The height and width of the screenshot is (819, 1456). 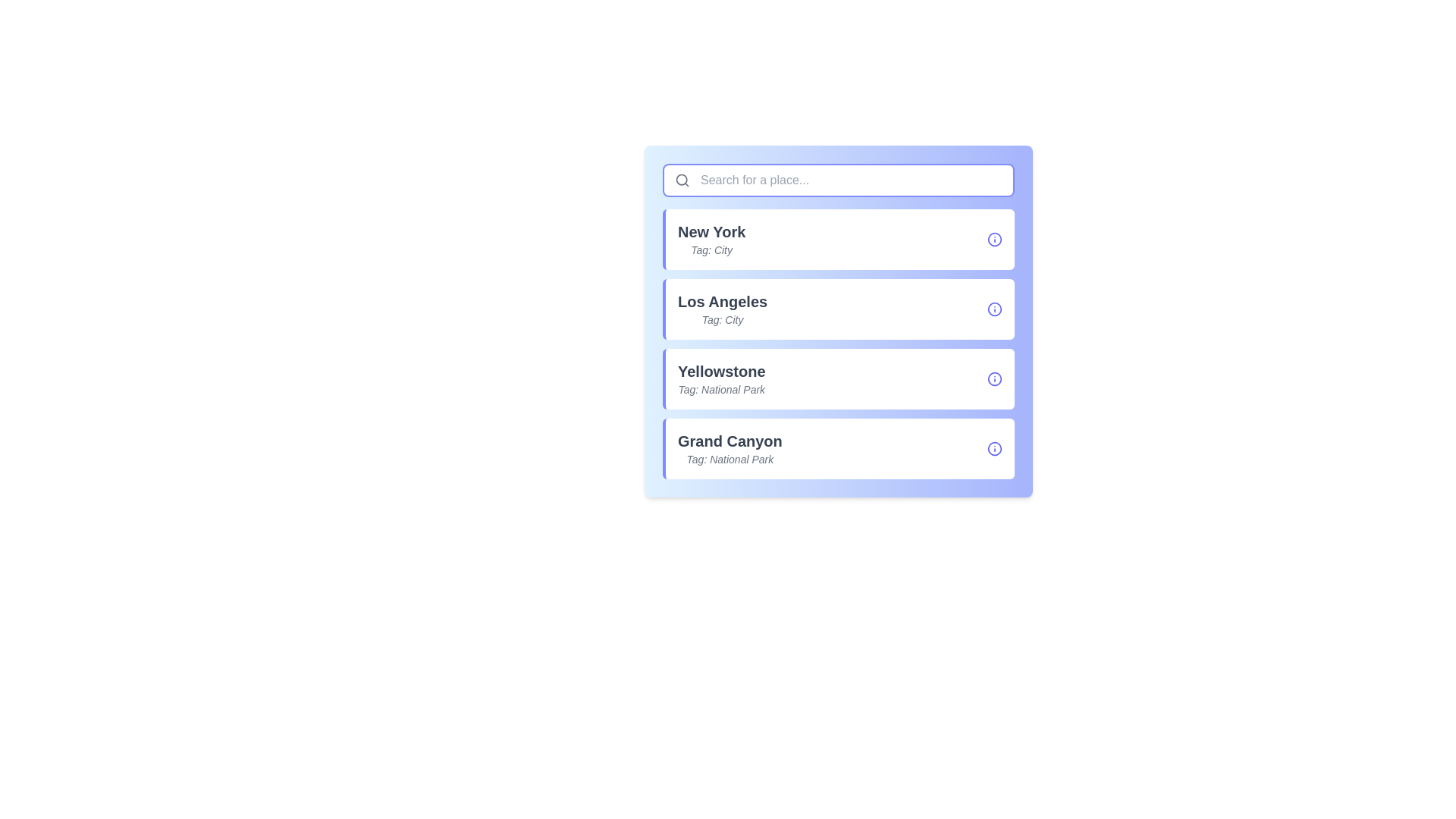 What do you see at coordinates (994, 447) in the screenshot?
I see `the circular blue outlined icon with a white background resembling an information symbol, located on the far right of the 'Grand Canyon' row` at bounding box center [994, 447].